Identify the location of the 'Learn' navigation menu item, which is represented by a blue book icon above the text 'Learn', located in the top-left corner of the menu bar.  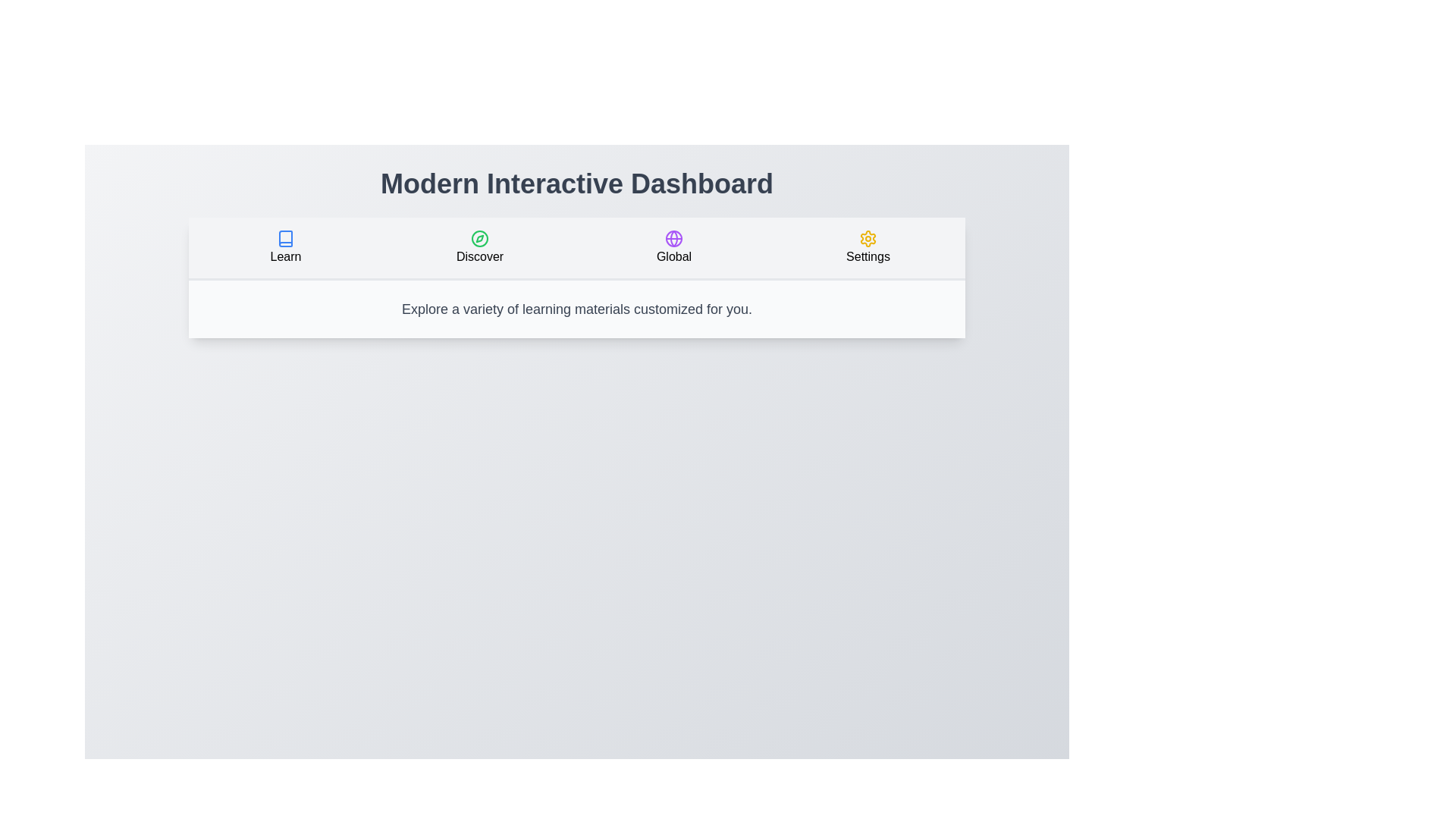
(286, 247).